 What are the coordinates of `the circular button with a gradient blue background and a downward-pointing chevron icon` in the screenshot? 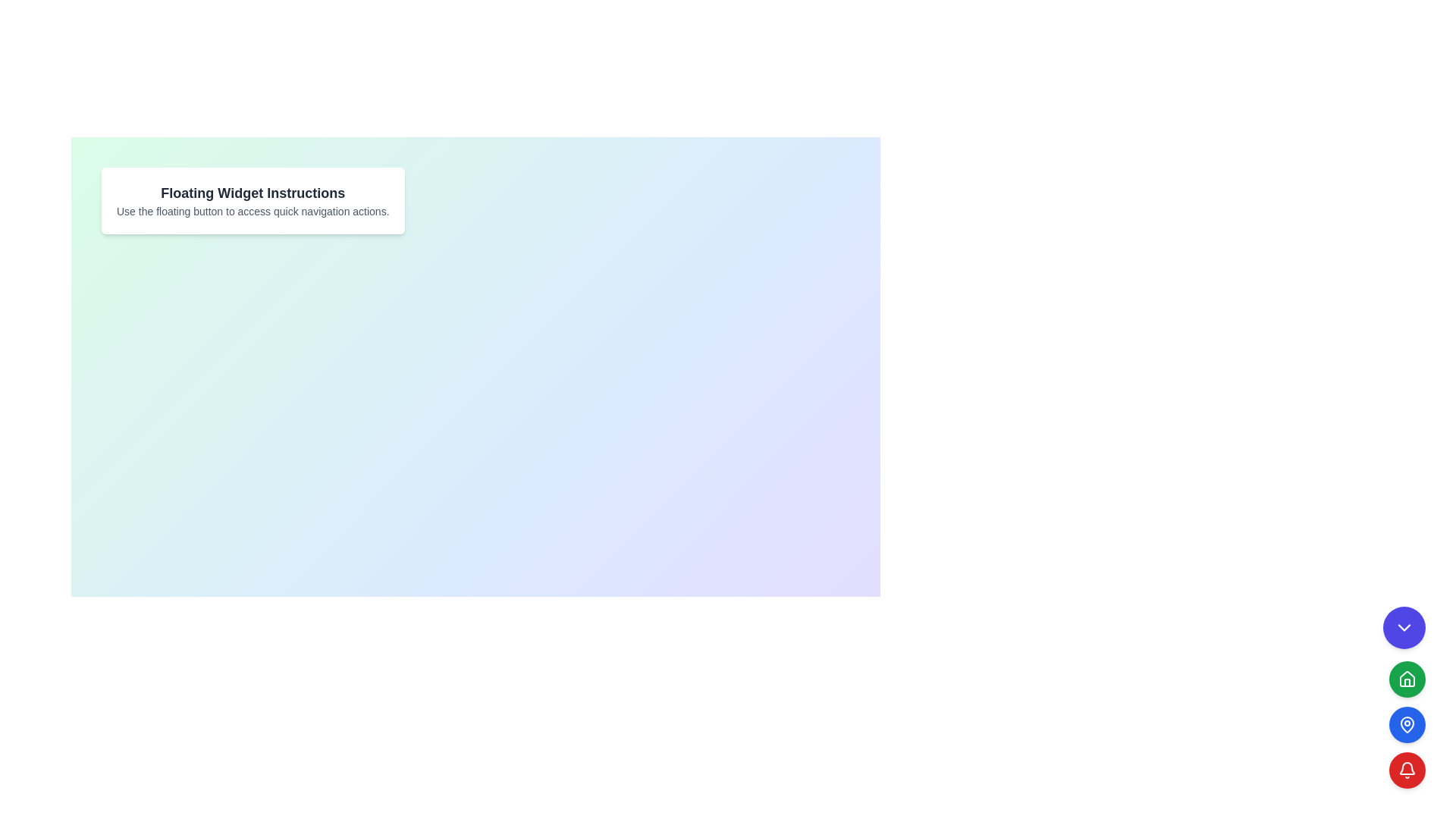 It's located at (1404, 628).